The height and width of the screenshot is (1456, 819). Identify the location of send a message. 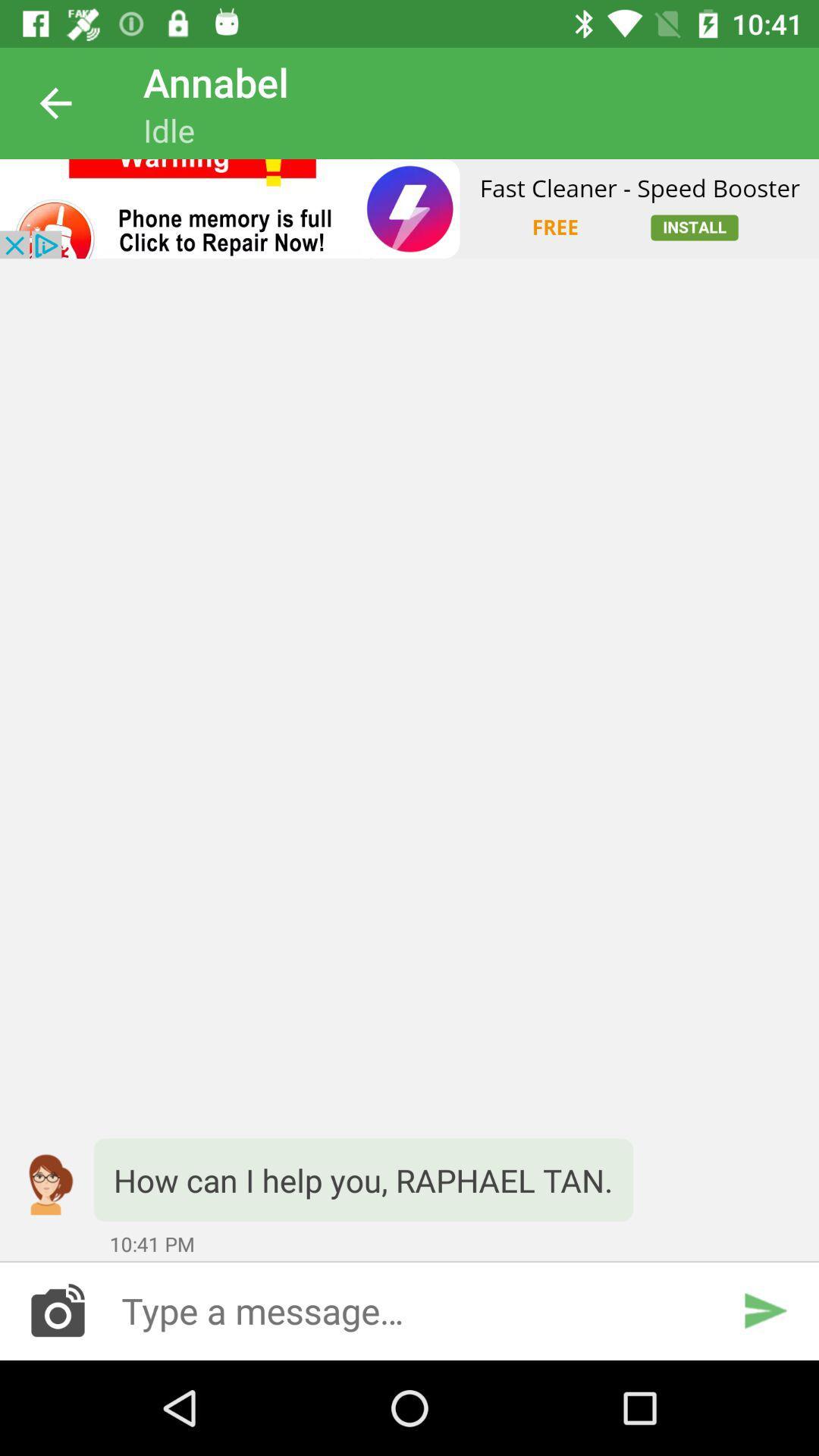
(409, 1310).